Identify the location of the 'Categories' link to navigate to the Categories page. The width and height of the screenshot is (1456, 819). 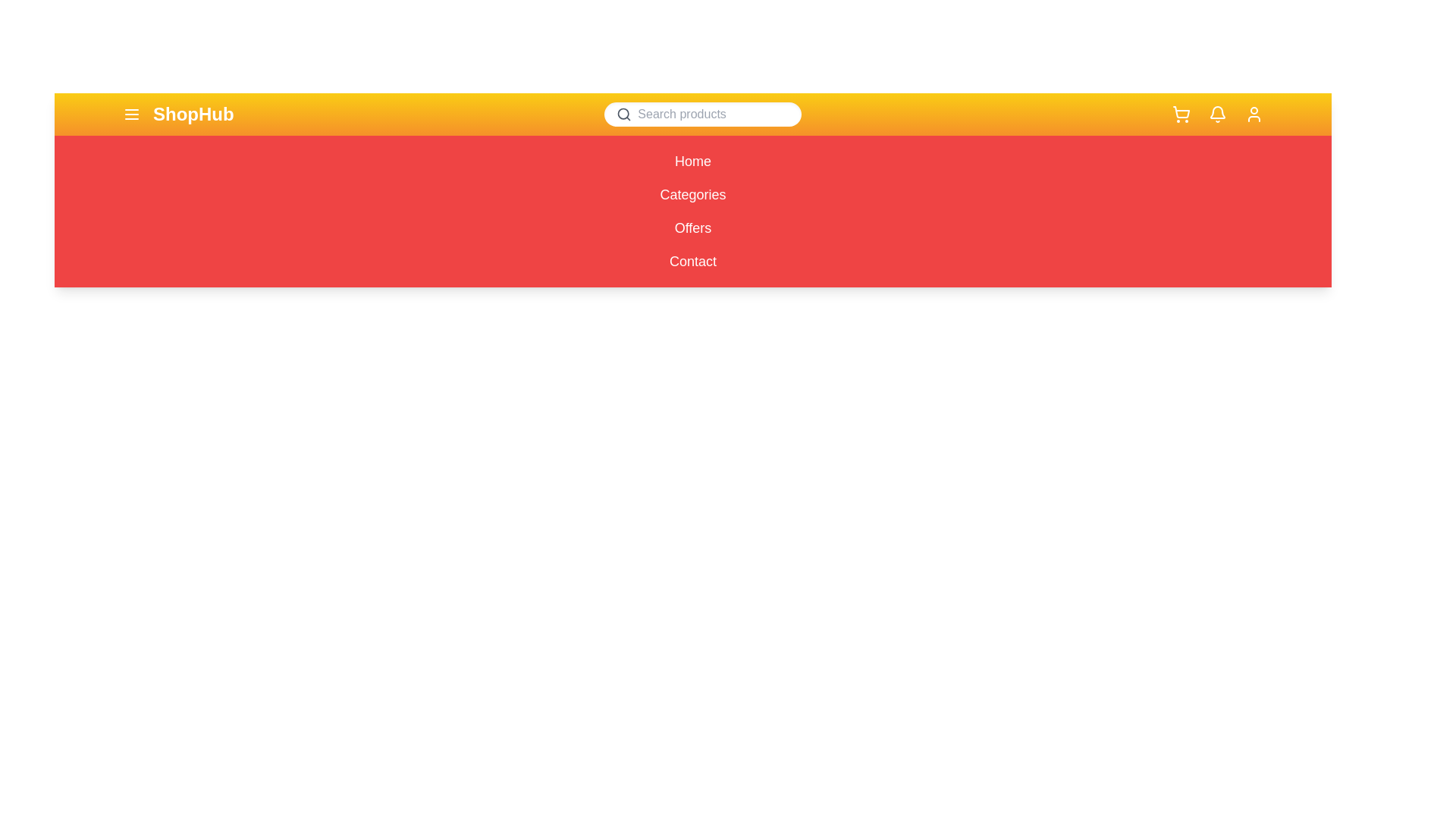
(692, 194).